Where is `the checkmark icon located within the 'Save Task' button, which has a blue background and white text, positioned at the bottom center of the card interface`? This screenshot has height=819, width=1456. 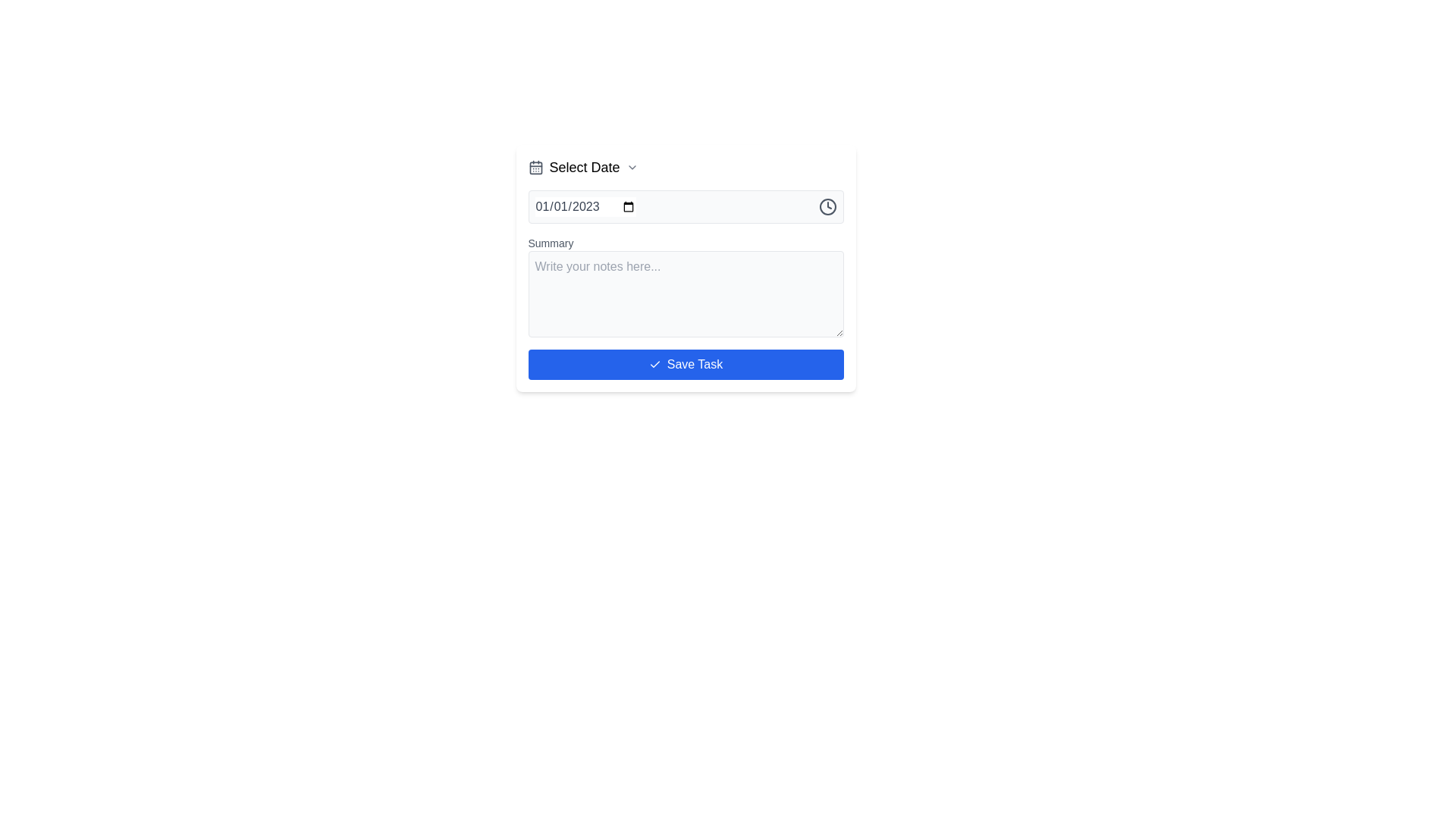
the checkmark icon located within the 'Save Task' button, which has a blue background and white text, positioned at the bottom center of the card interface is located at coordinates (654, 365).